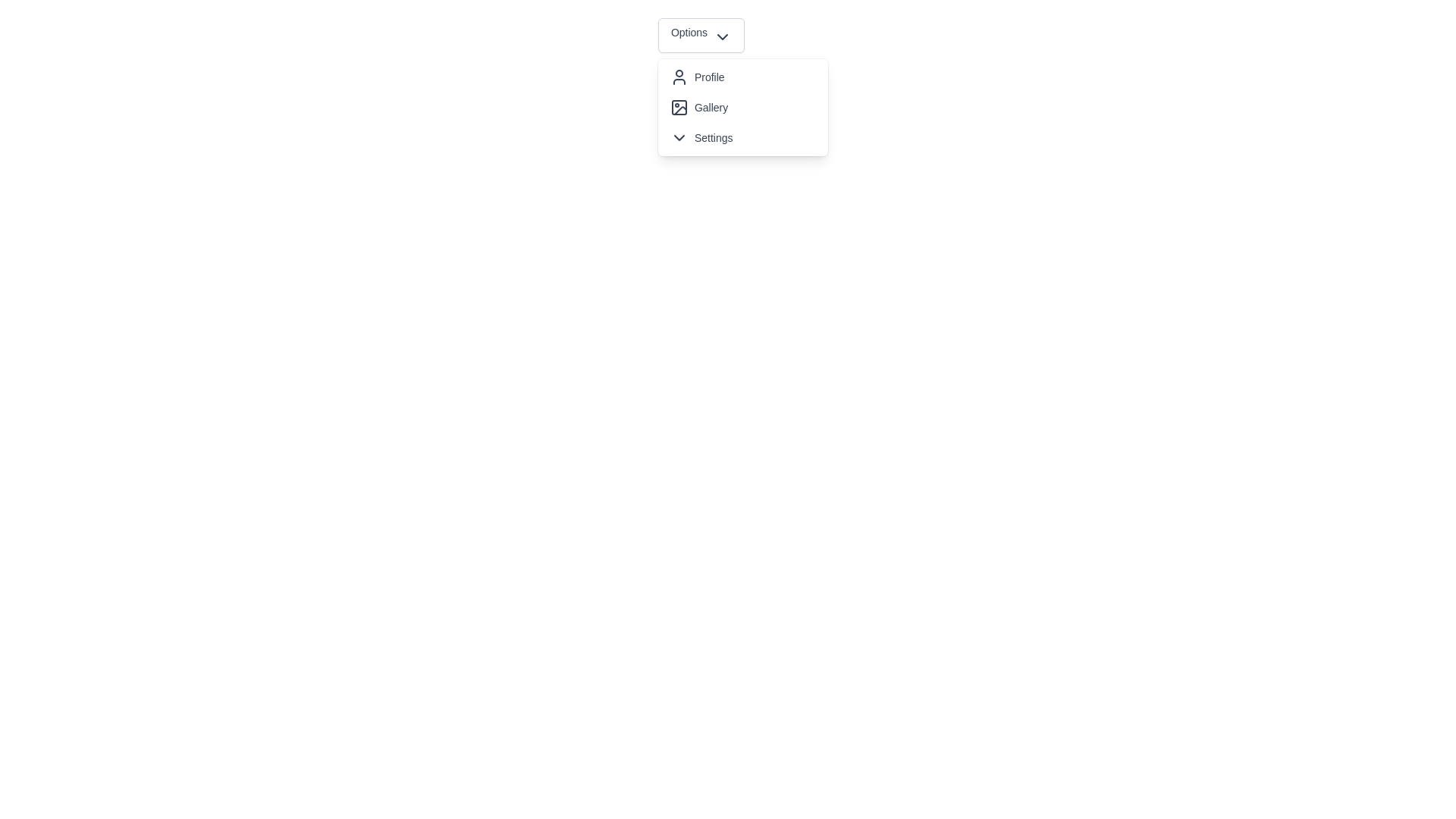 This screenshot has height=819, width=1456. I want to click on the chevron icon located to the left of the 'Settings' text in the dropdown menu, so click(678, 137).